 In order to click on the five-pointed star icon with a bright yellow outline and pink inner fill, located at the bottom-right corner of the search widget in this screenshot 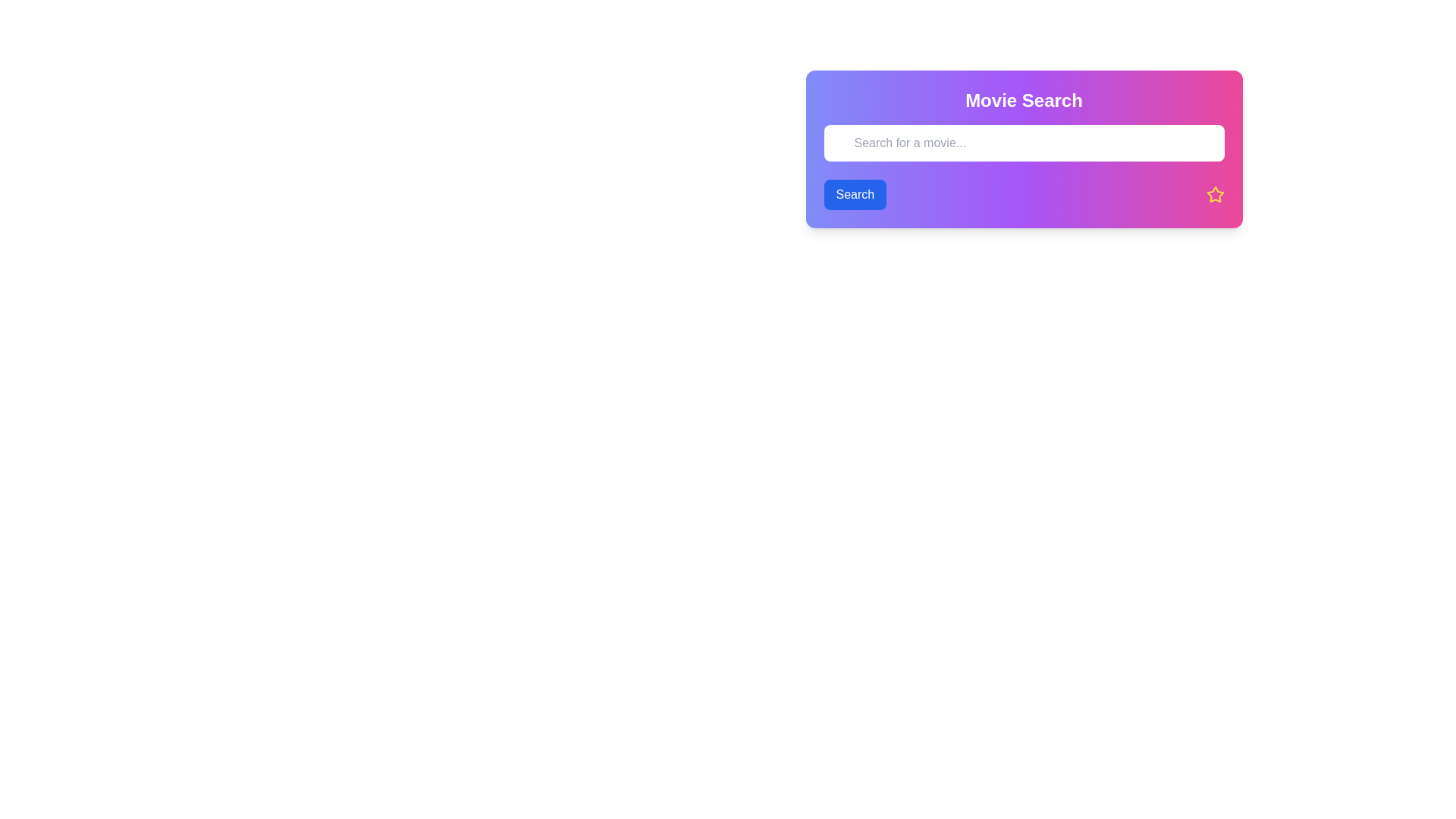, I will do `click(1215, 193)`.